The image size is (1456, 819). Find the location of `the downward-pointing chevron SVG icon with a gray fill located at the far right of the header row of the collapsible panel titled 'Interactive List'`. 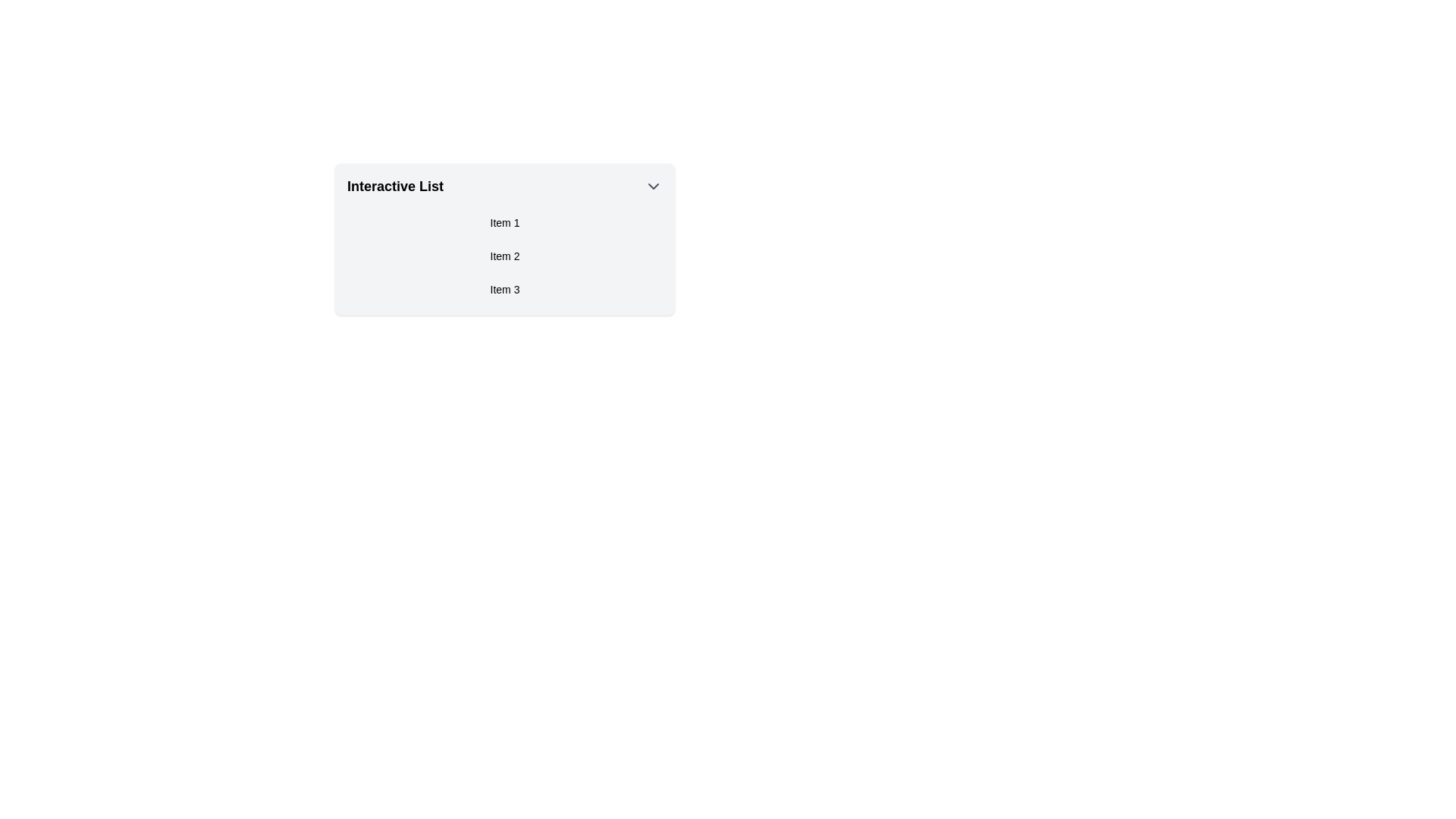

the downward-pointing chevron SVG icon with a gray fill located at the far right of the header row of the collapsible panel titled 'Interactive List' is located at coordinates (654, 186).